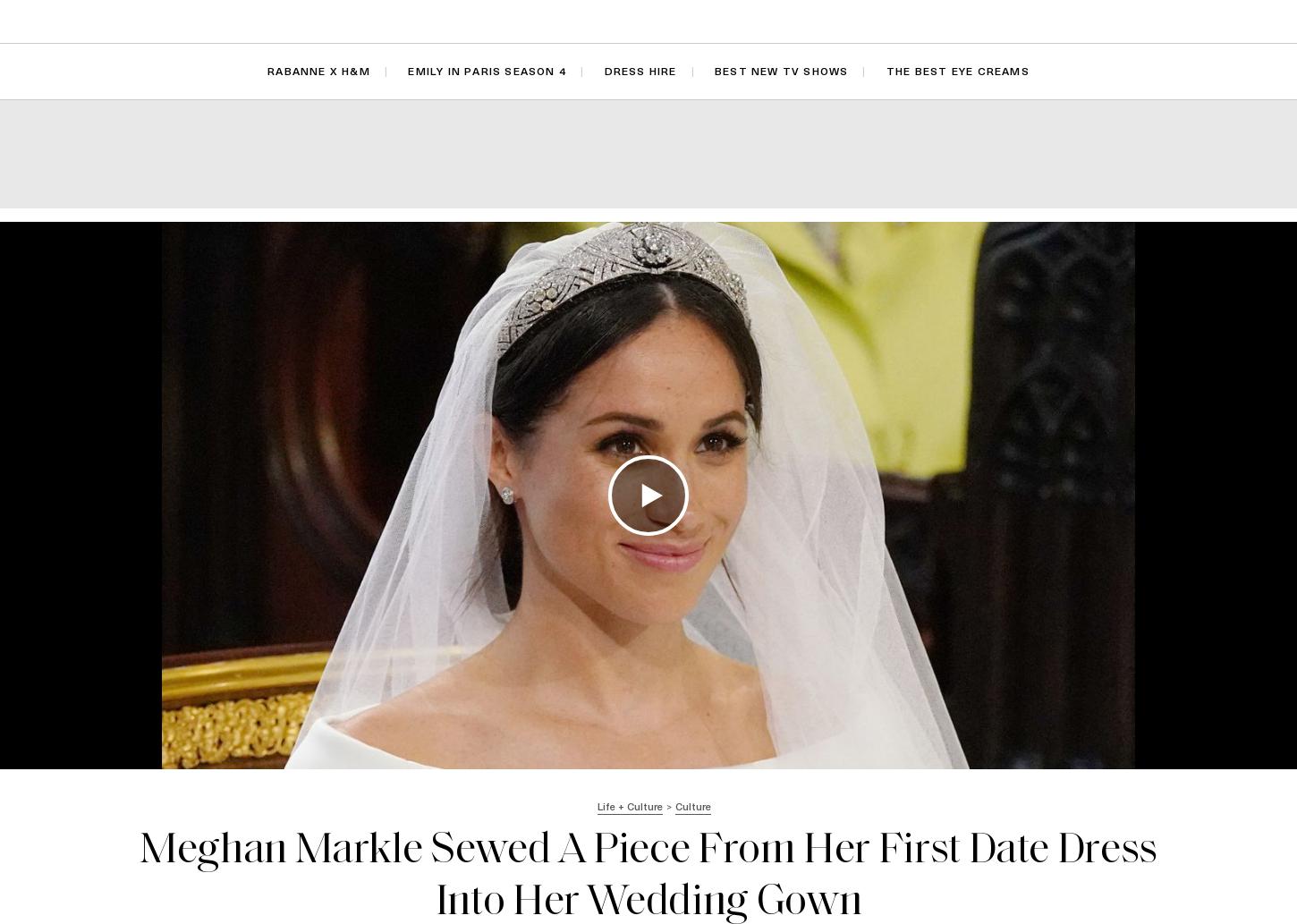  Describe the element at coordinates (678, 21) in the screenshot. I see `'ELLE Collective'` at that location.